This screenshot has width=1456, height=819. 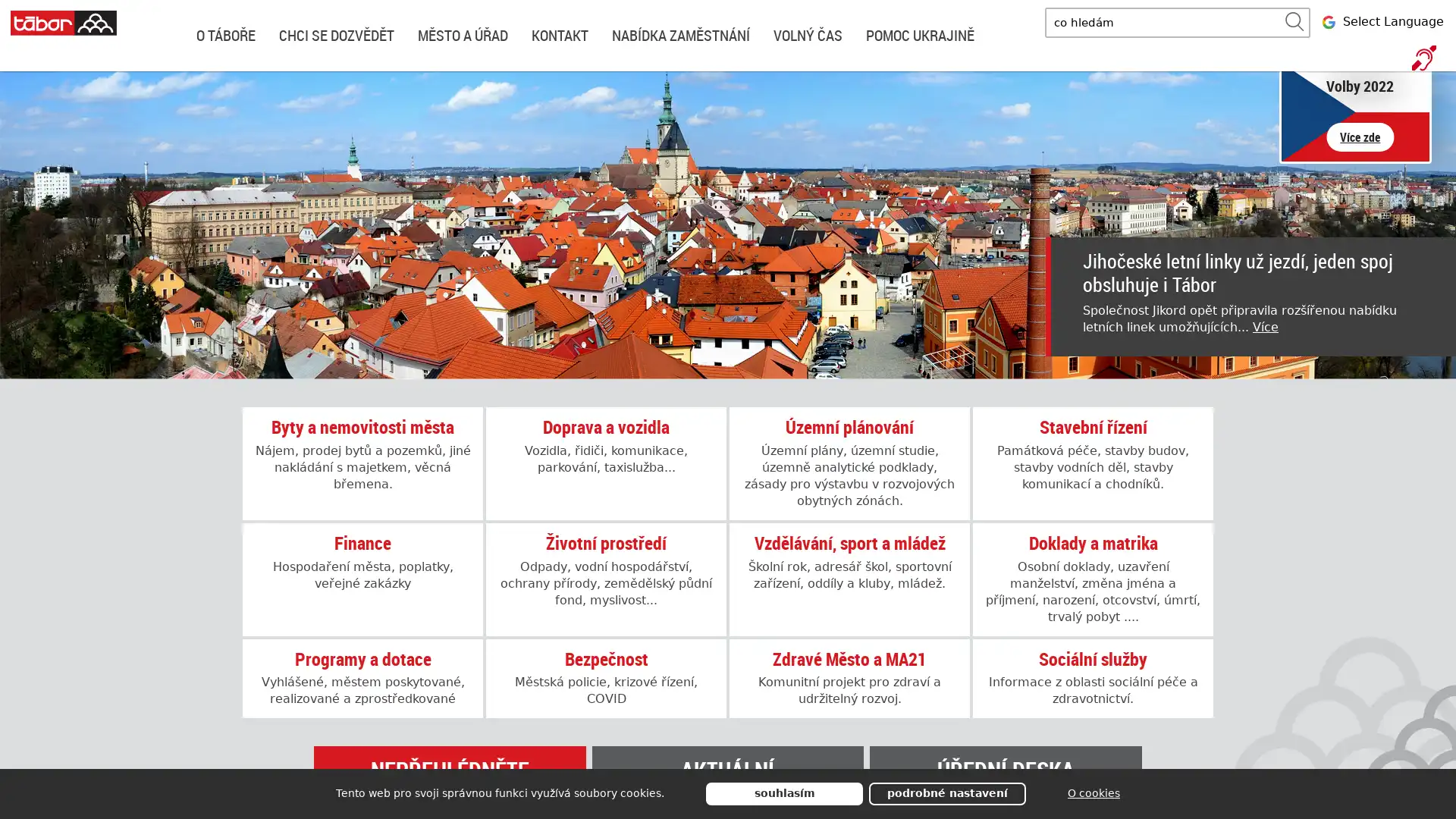 I want to click on Hledat, so click(x=1294, y=22).